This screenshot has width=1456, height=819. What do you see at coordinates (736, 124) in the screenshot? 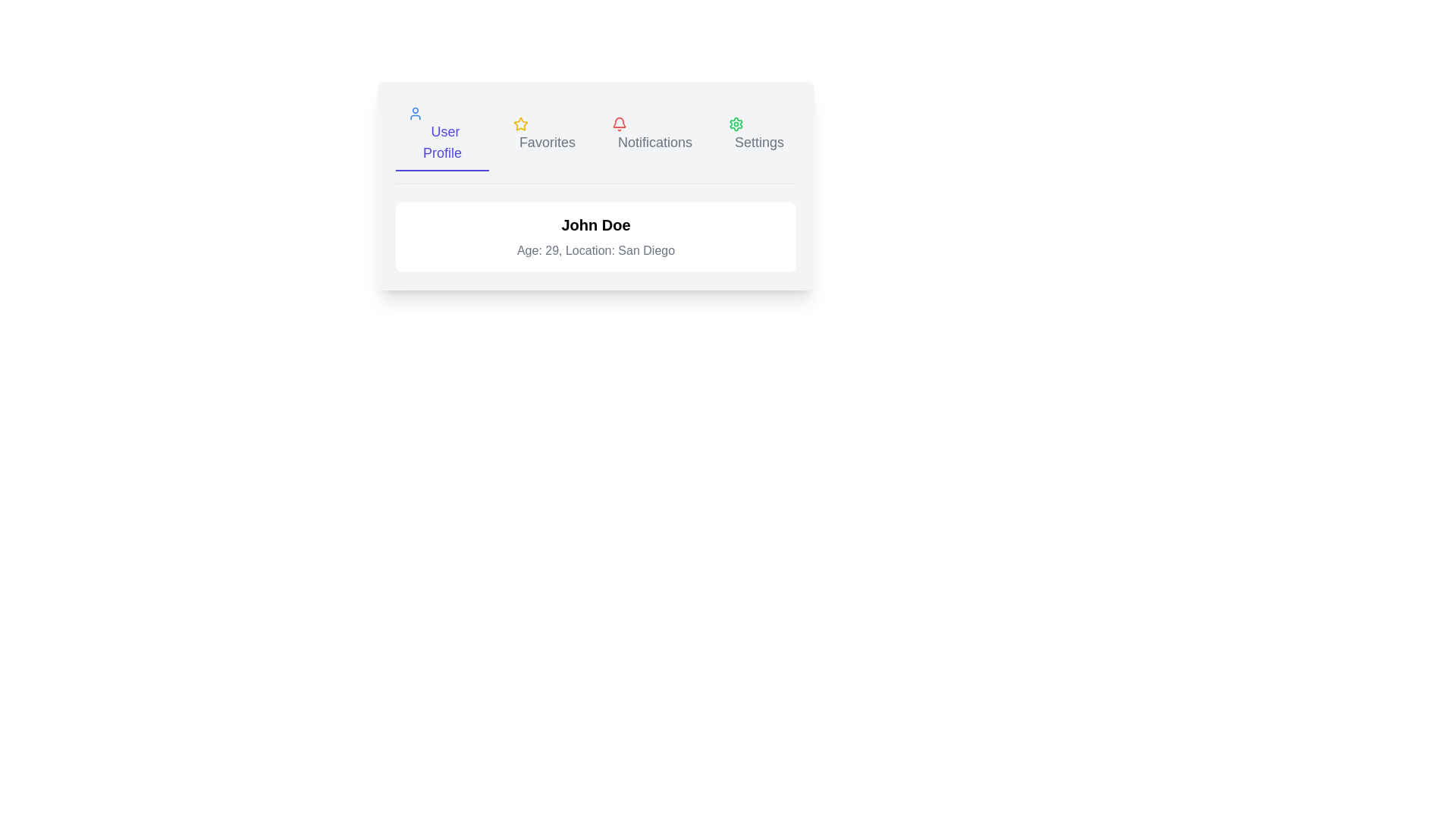
I see `the settings icon, which is a gear symbol located in the top-right section of the navigation bar` at bounding box center [736, 124].